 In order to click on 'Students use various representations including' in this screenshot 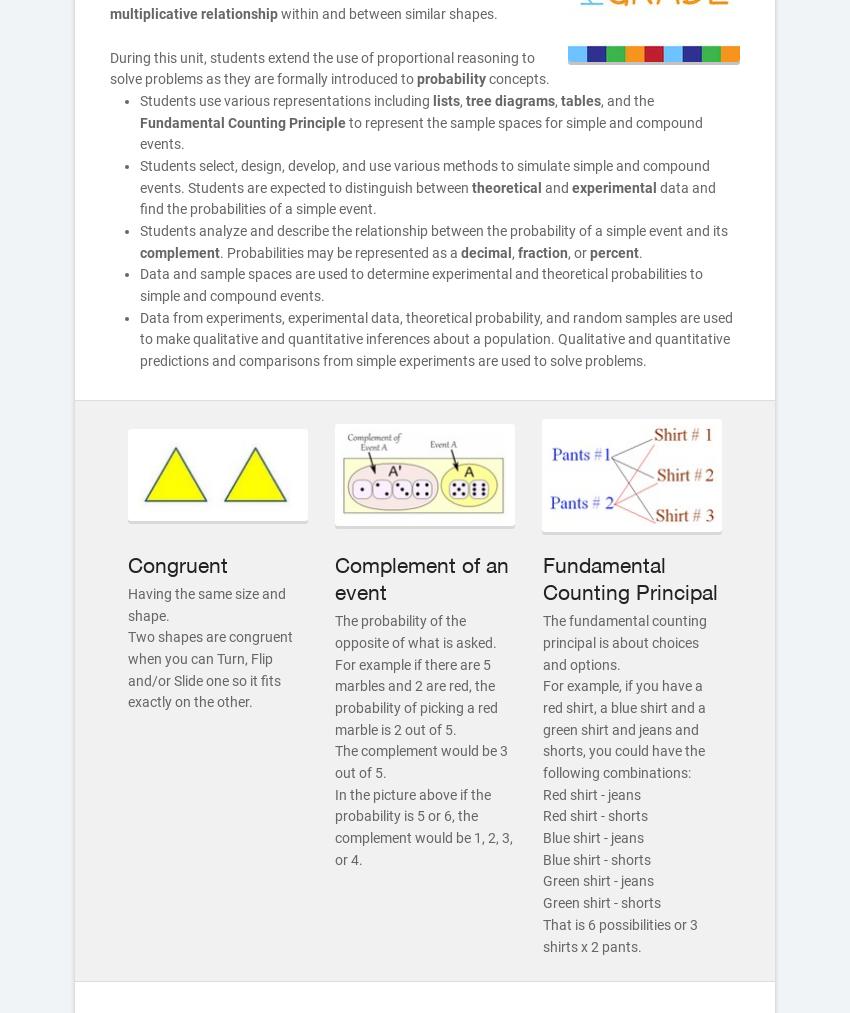, I will do `click(139, 98)`.